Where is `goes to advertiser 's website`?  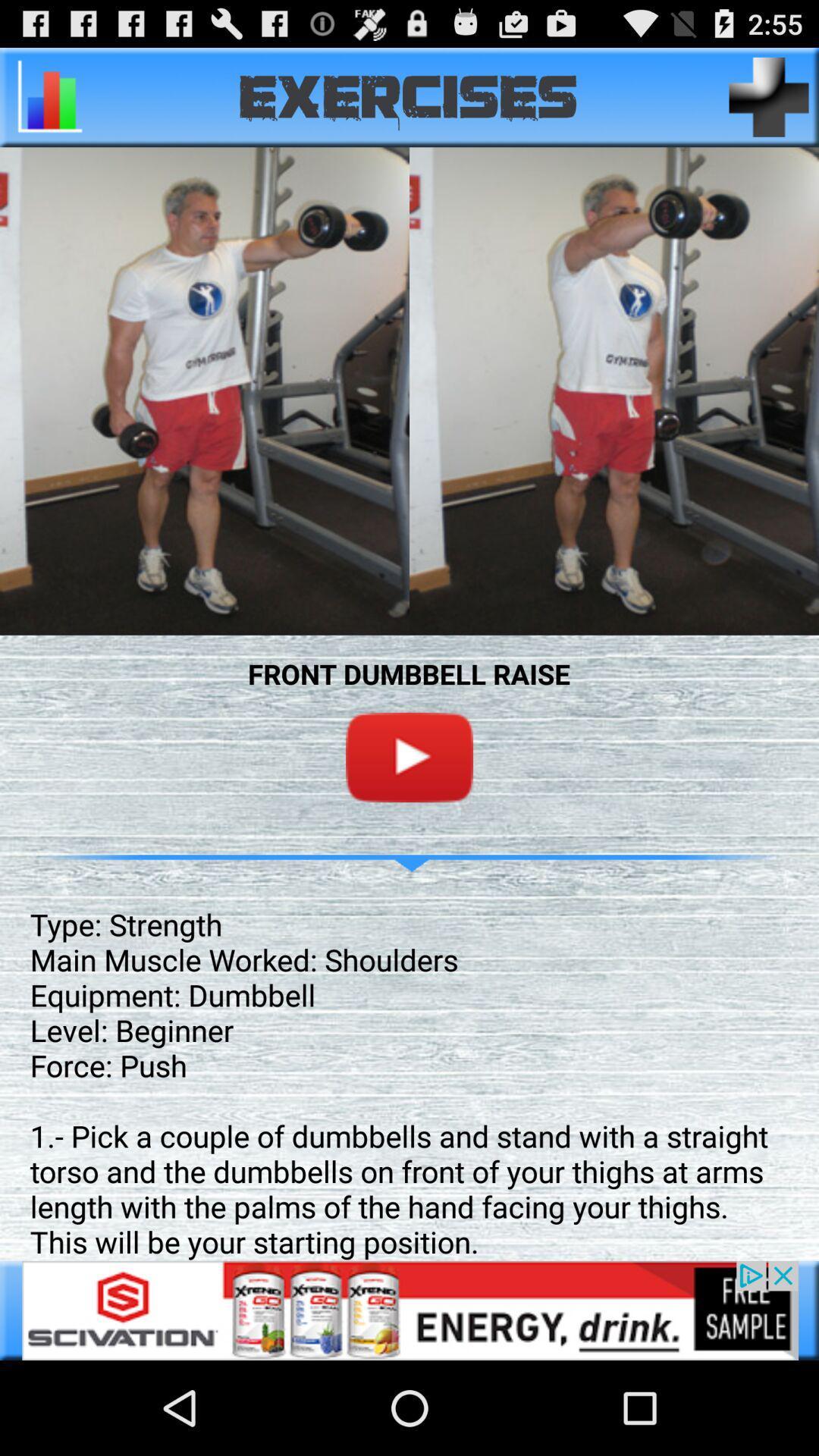
goes to advertiser 's website is located at coordinates (409, 1310).